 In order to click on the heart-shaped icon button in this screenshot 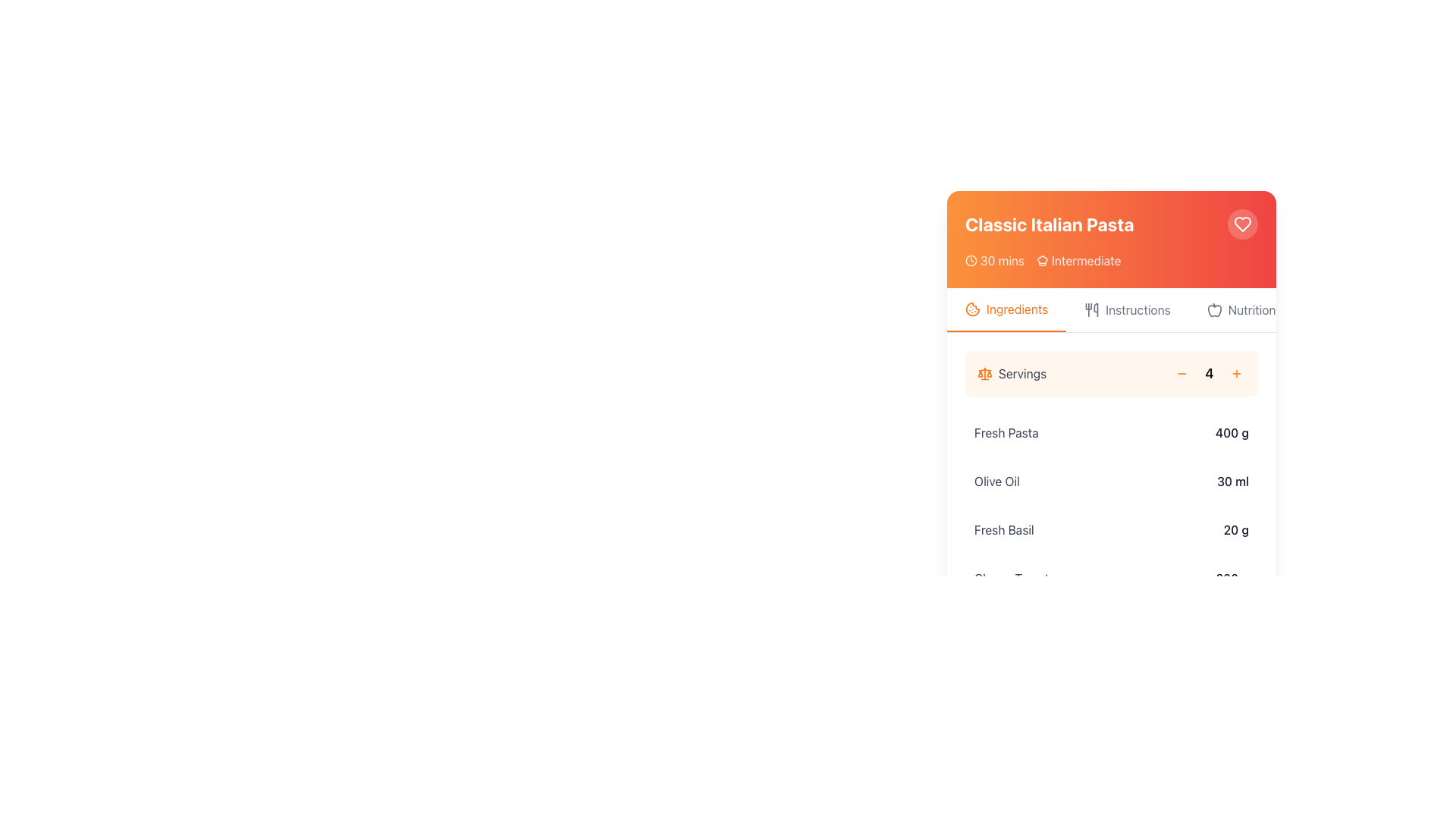, I will do `click(1242, 224)`.